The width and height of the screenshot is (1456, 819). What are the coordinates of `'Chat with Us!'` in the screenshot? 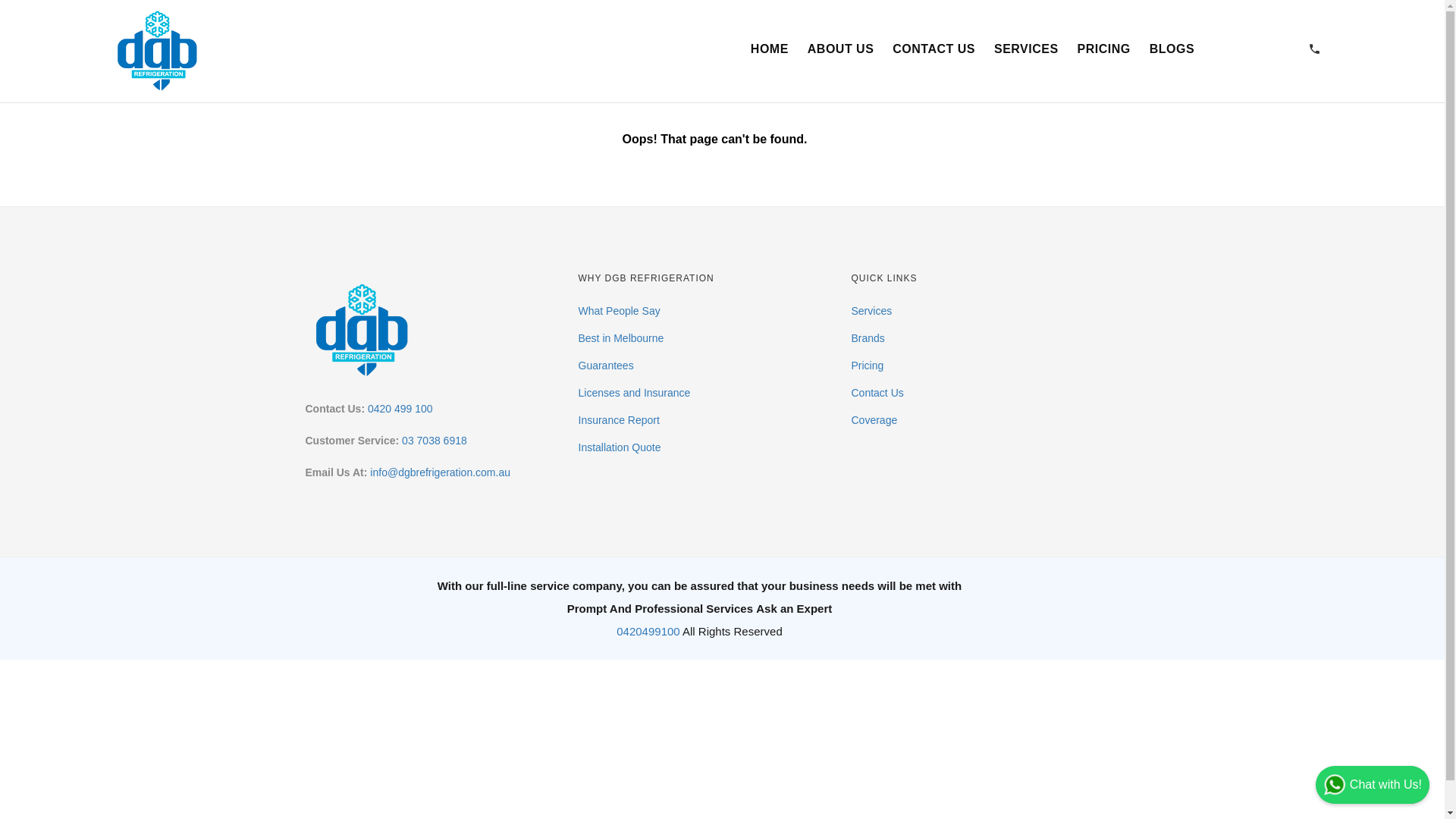 It's located at (1372, 784).